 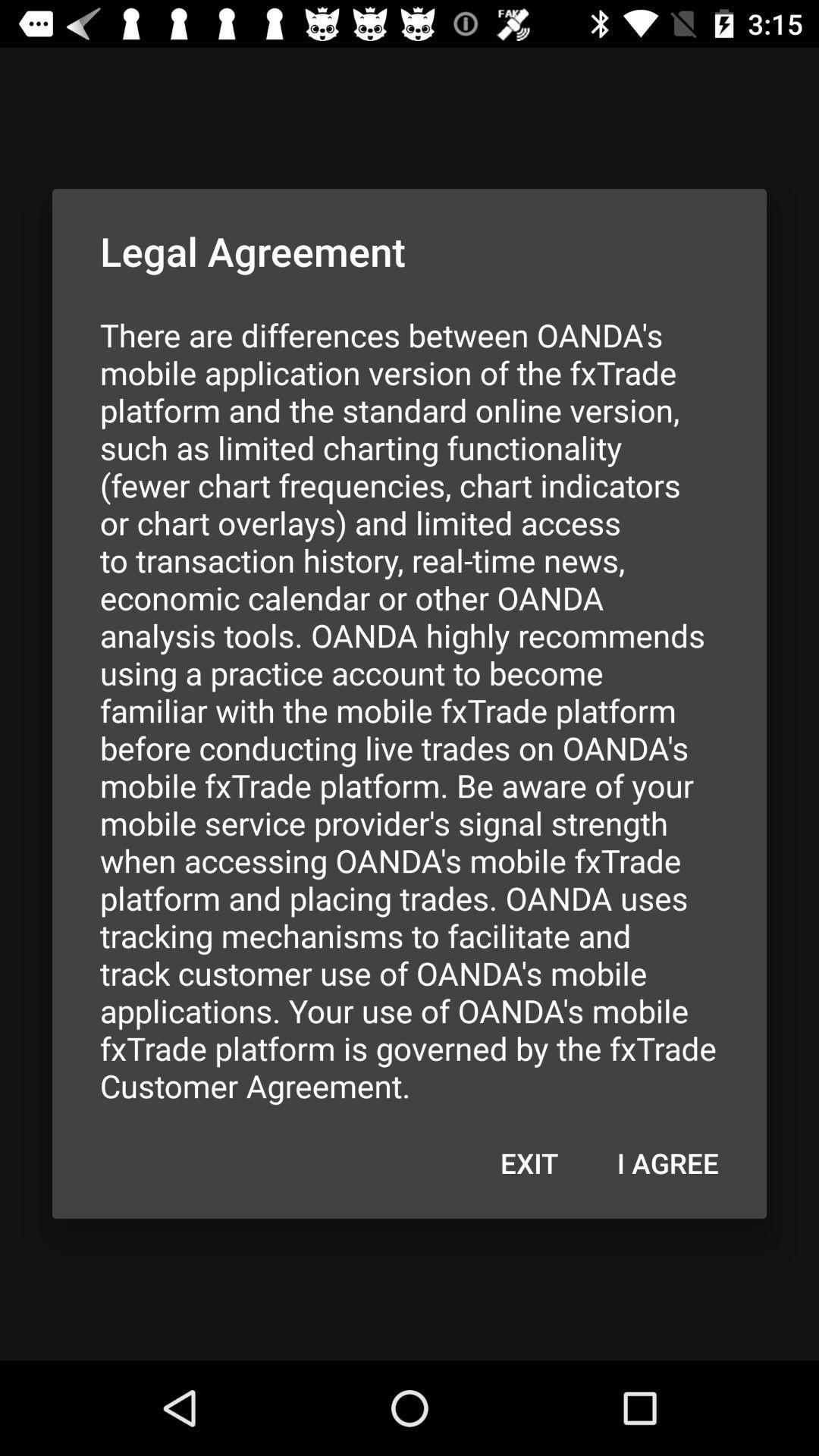 What do you see at coordinates (667, 1162) in the screenshot?
I see `item below the there are differences` at bounding box center [667, 1162].